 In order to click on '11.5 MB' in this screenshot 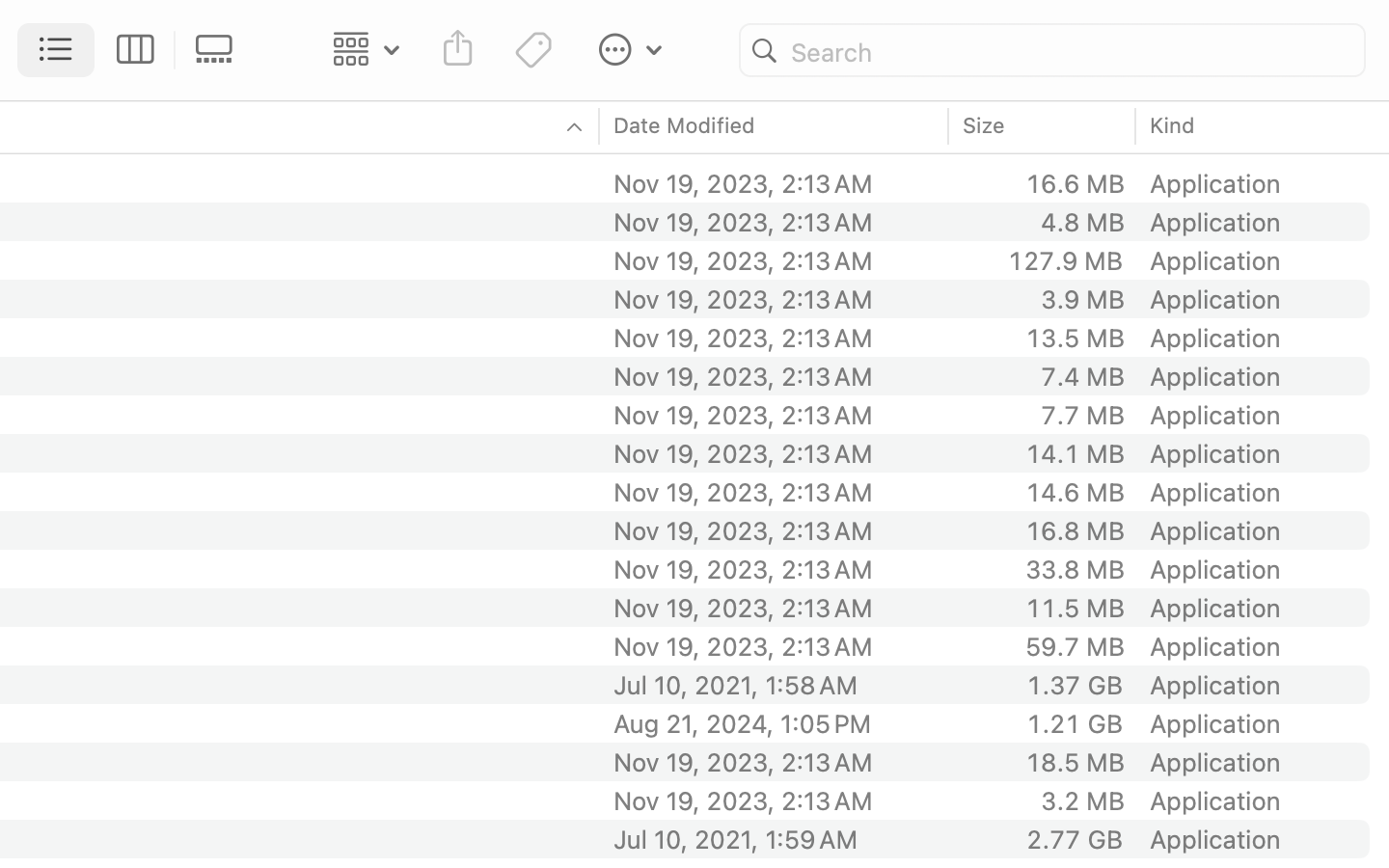, I will do `click(1073, 608)`.